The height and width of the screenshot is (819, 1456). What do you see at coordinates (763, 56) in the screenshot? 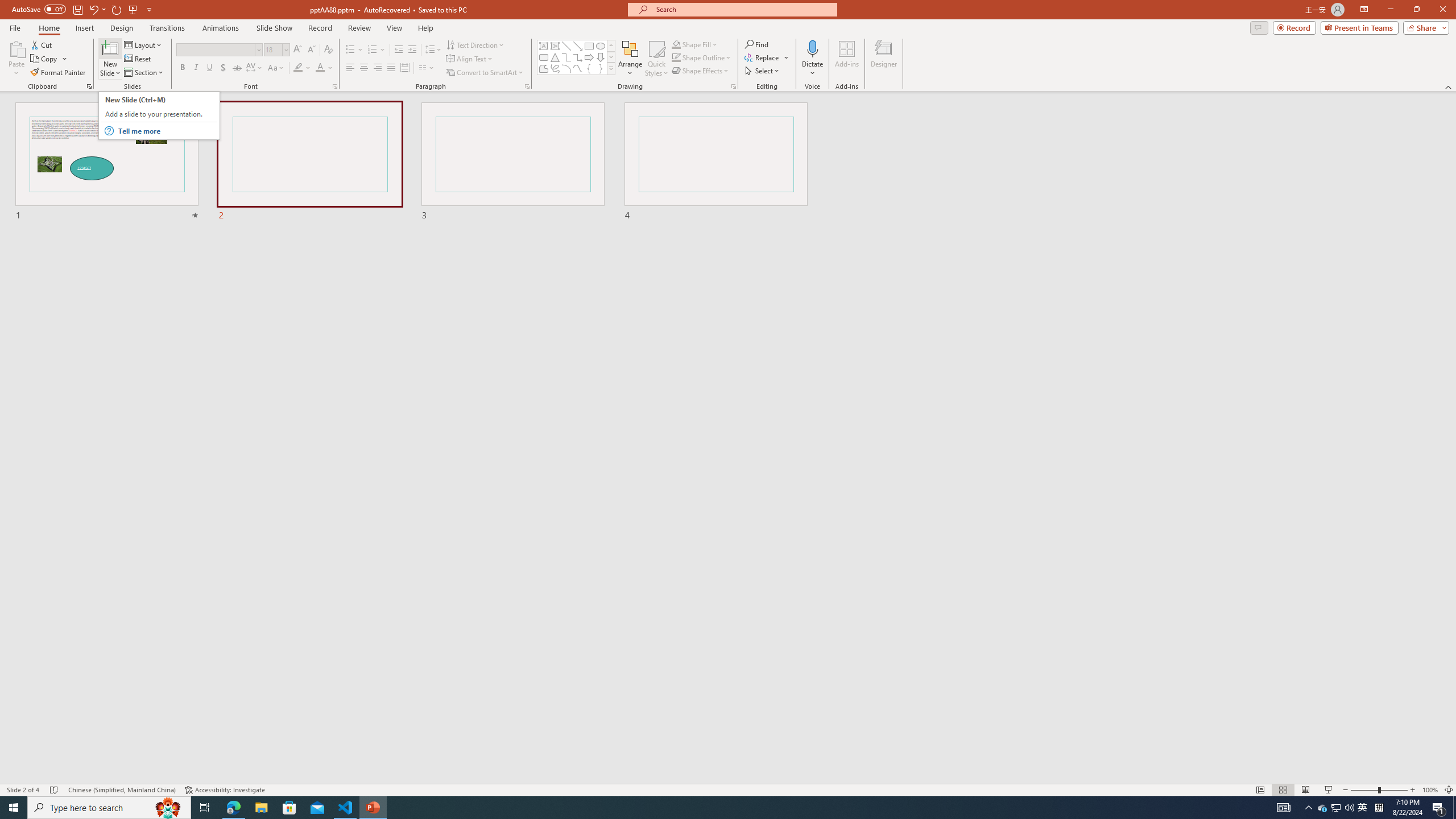
I see `'Replace...'` at bounding box center [763, 56].